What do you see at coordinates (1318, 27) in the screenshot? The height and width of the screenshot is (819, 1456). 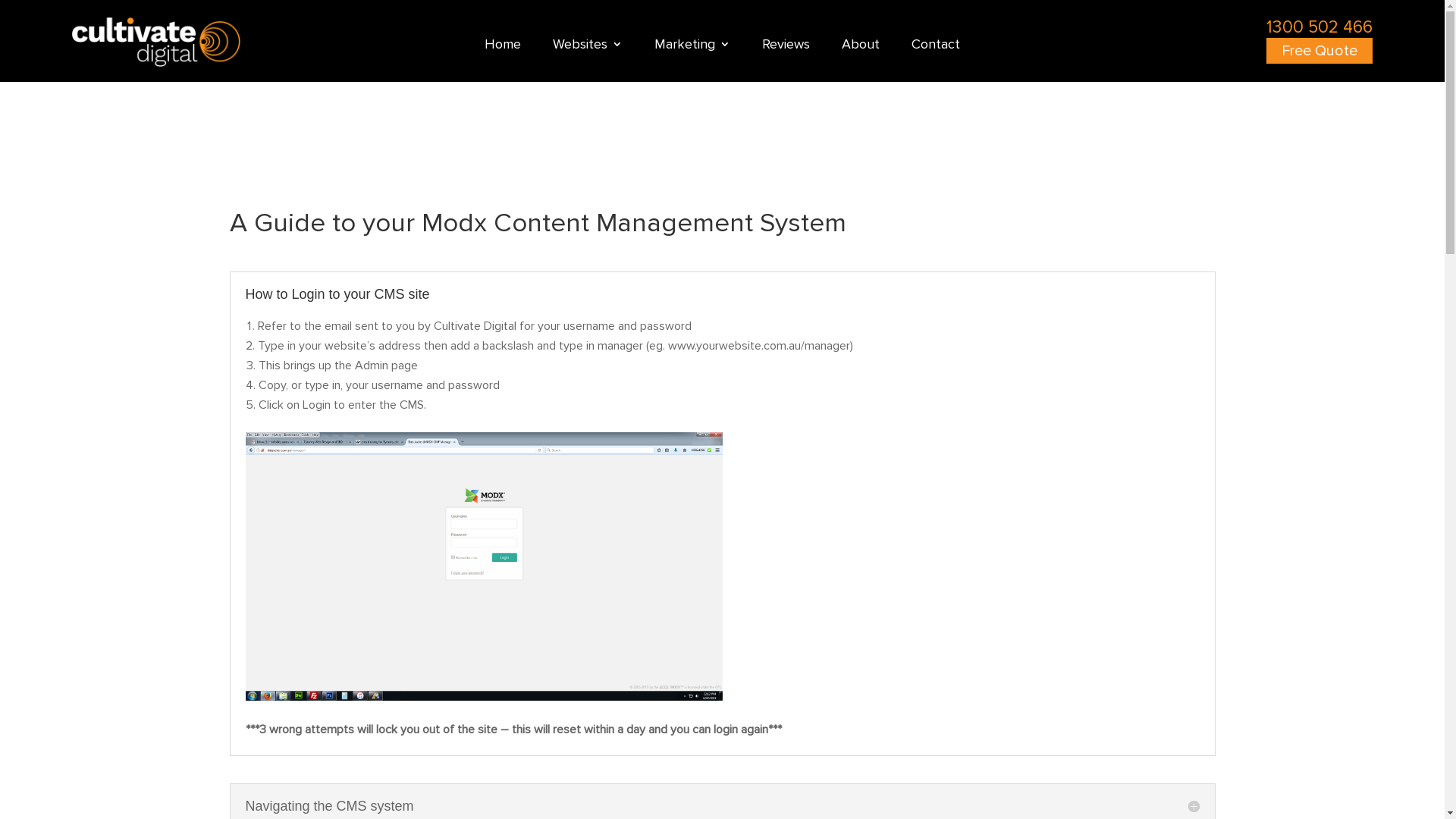 I see `'1300 502 466'` at bounding box center [1318, 27].